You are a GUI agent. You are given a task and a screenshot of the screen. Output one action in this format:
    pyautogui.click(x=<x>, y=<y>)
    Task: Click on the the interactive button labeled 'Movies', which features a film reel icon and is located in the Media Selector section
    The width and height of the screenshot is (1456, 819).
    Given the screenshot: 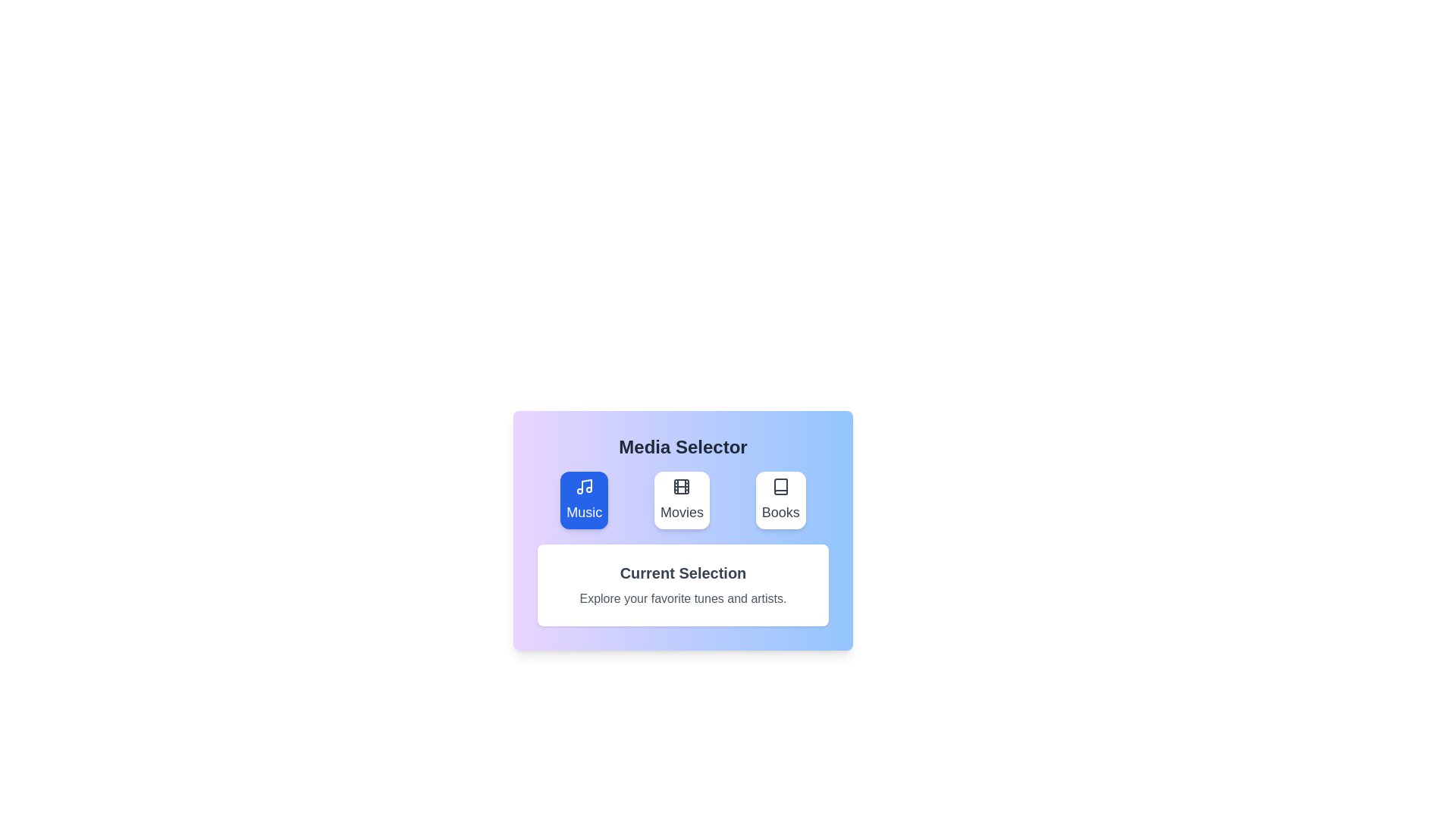 What is the action you would take?
    pyautogui.click(x=681, y=500)
    